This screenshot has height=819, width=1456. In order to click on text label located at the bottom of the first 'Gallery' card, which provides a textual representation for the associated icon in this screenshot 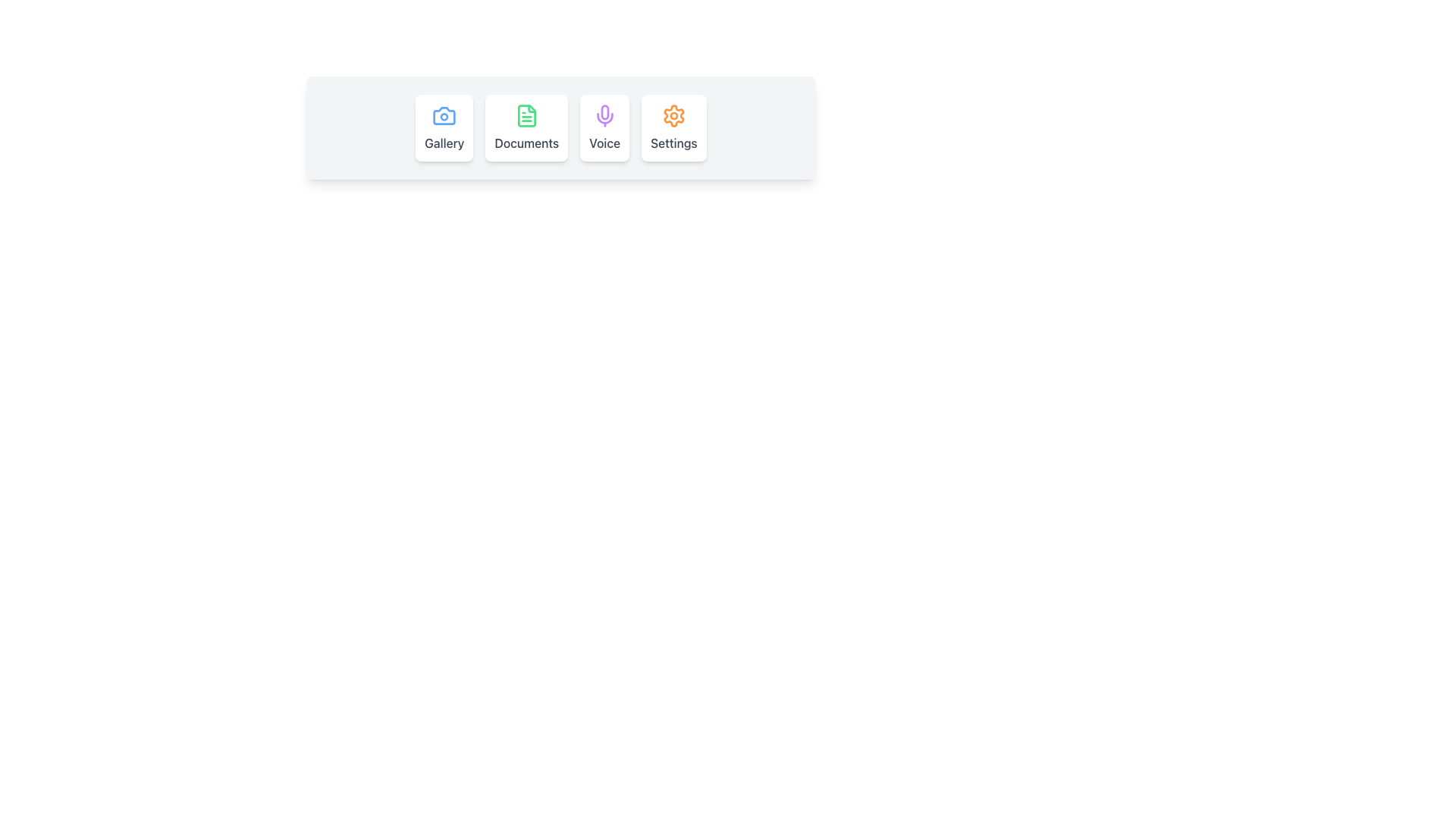, I will do `click(444, 143)`.